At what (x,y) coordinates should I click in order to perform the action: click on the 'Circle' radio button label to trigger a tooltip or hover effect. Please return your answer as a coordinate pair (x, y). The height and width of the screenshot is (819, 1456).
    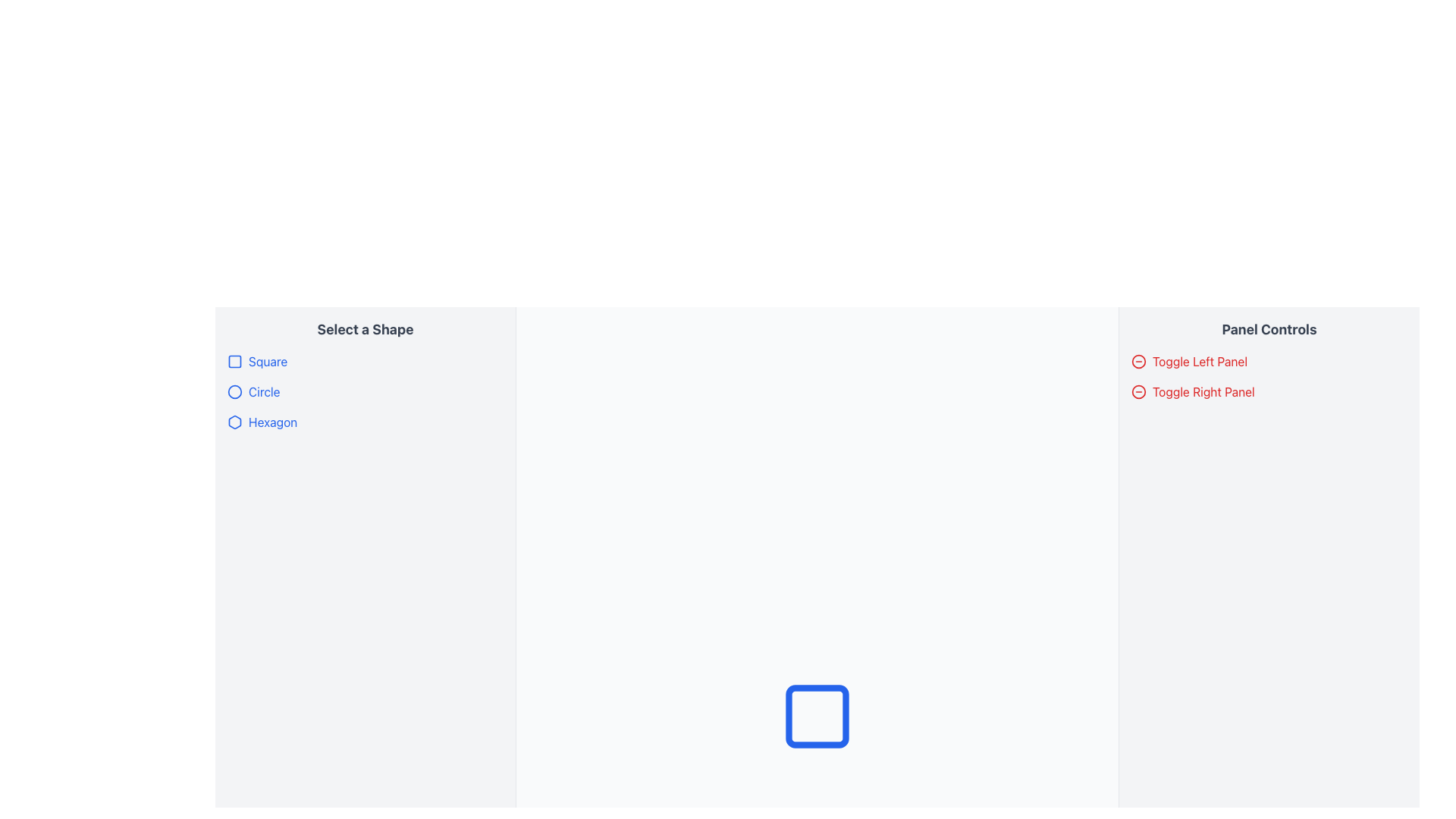
    Looking at the image, I should click on (253, 391).